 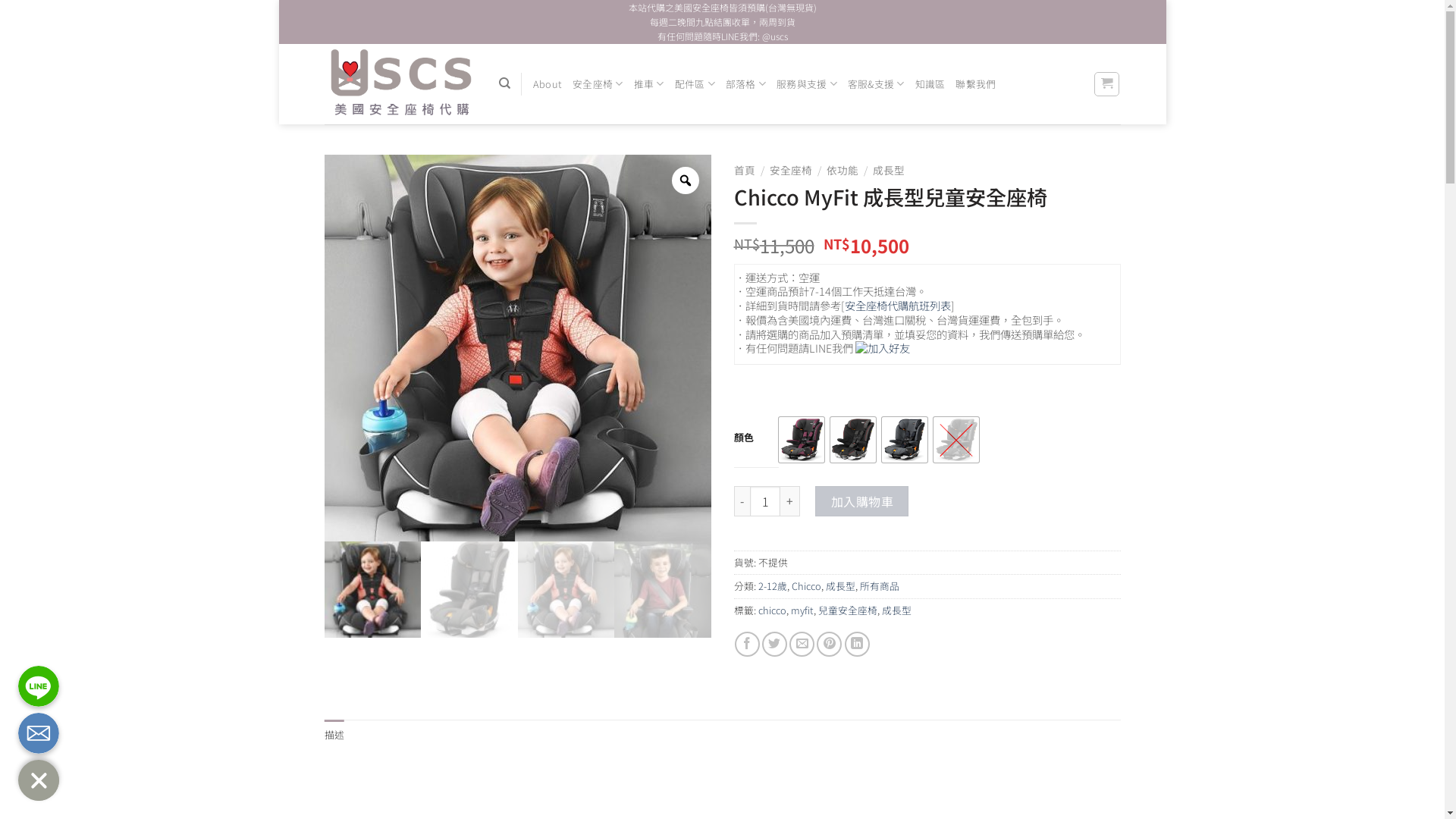 What do you see at coordinates (546, 84) in the screenshot?
I see `'About'` at bounding box center [546, 84].